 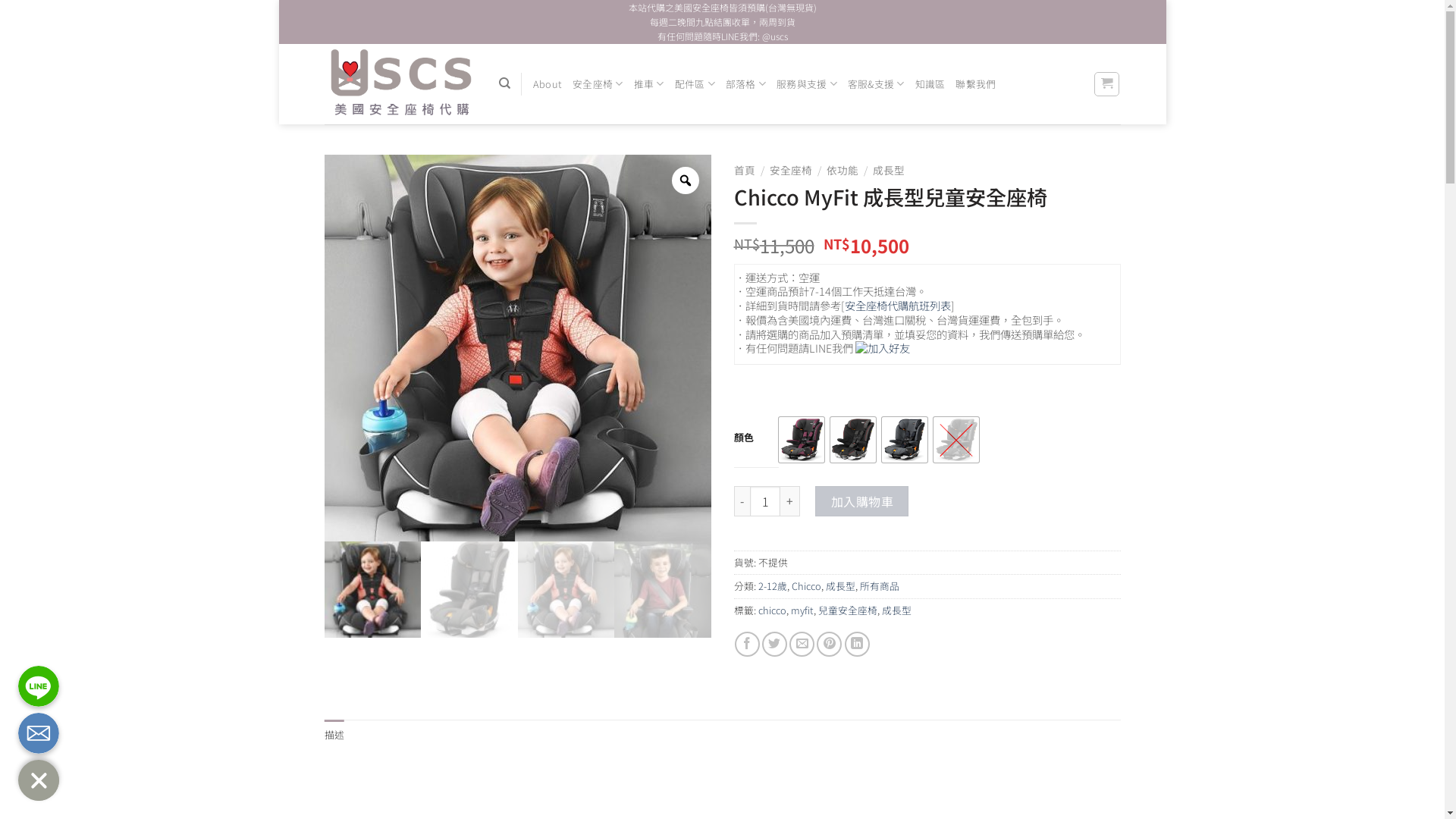 What do you see at coordinates (546, 84) in the screenshot?
I see `'About'` at bounding box center [546, 84].